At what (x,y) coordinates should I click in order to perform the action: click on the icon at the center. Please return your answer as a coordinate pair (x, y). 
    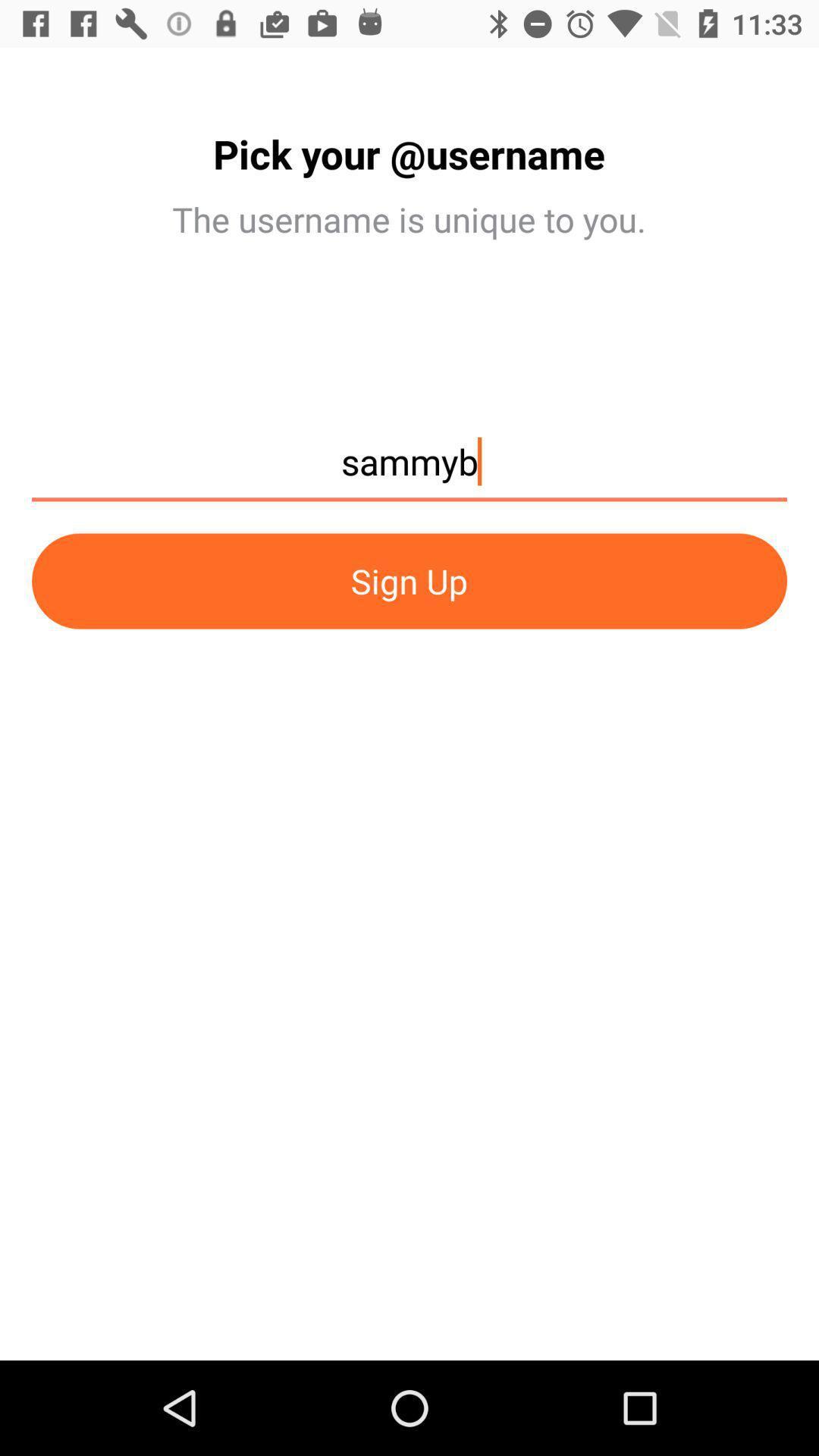
    Looking at the image, I should click on (409, 580).